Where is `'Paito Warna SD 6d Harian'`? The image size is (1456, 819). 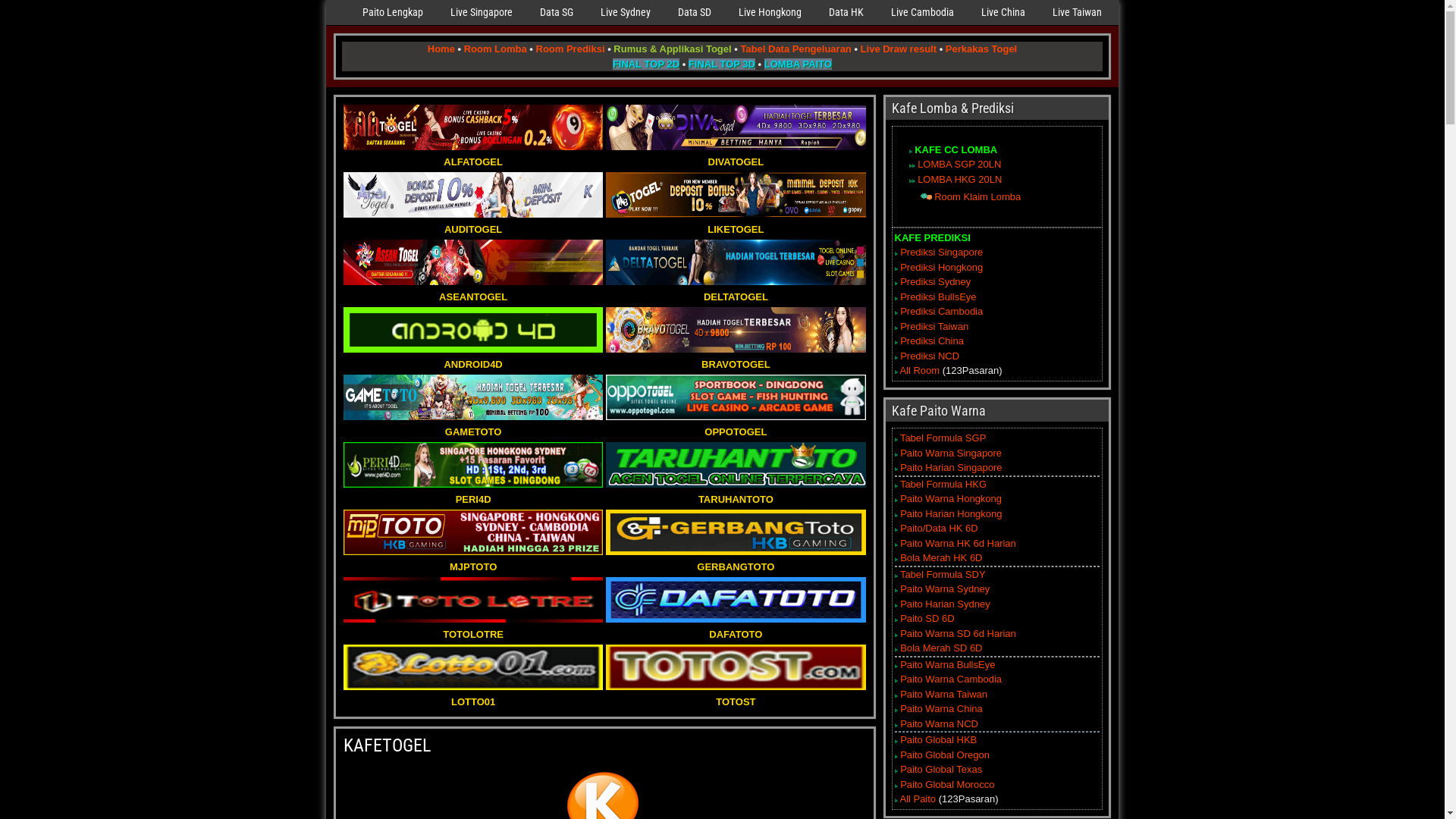 'Paito Warna SD 6d Harian' is located at coordinates (957, 633).